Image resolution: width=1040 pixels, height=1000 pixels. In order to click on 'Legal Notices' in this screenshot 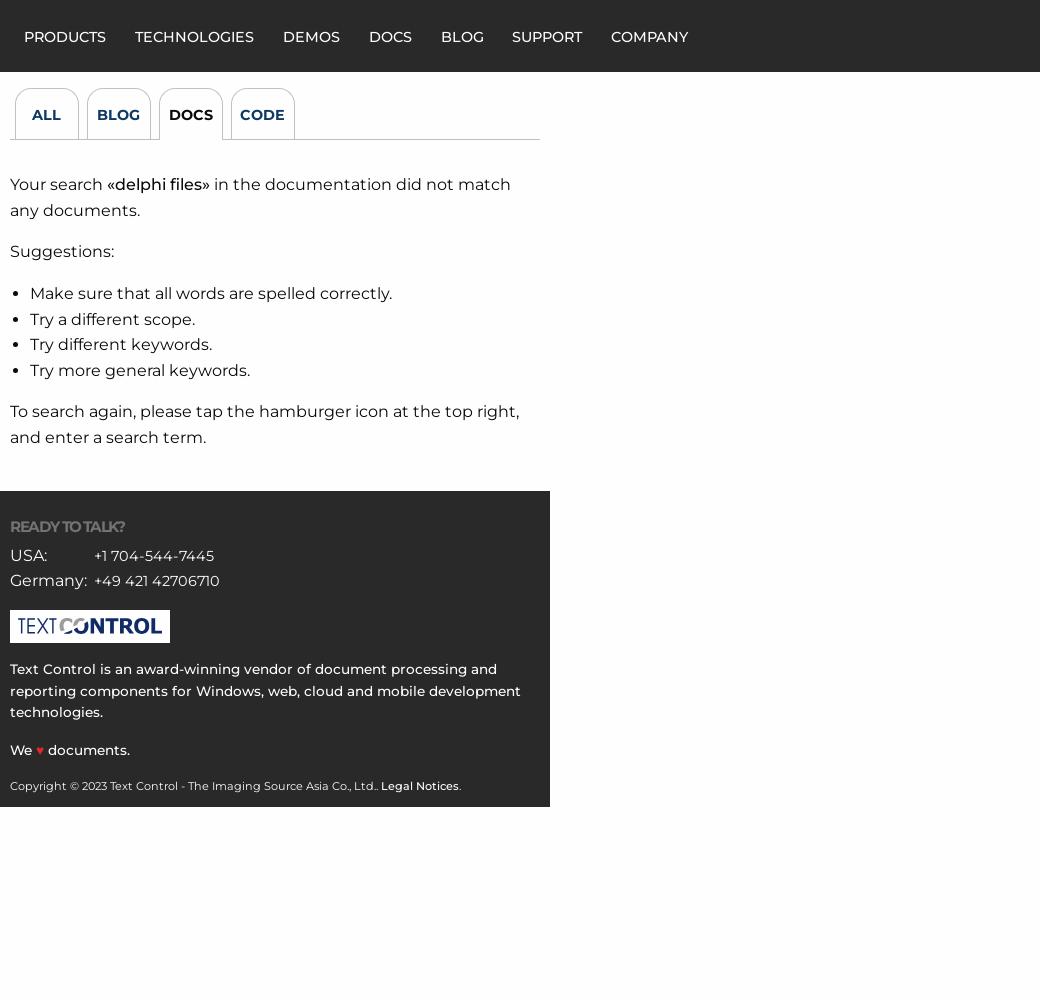, I will do `click(379, 785)`.